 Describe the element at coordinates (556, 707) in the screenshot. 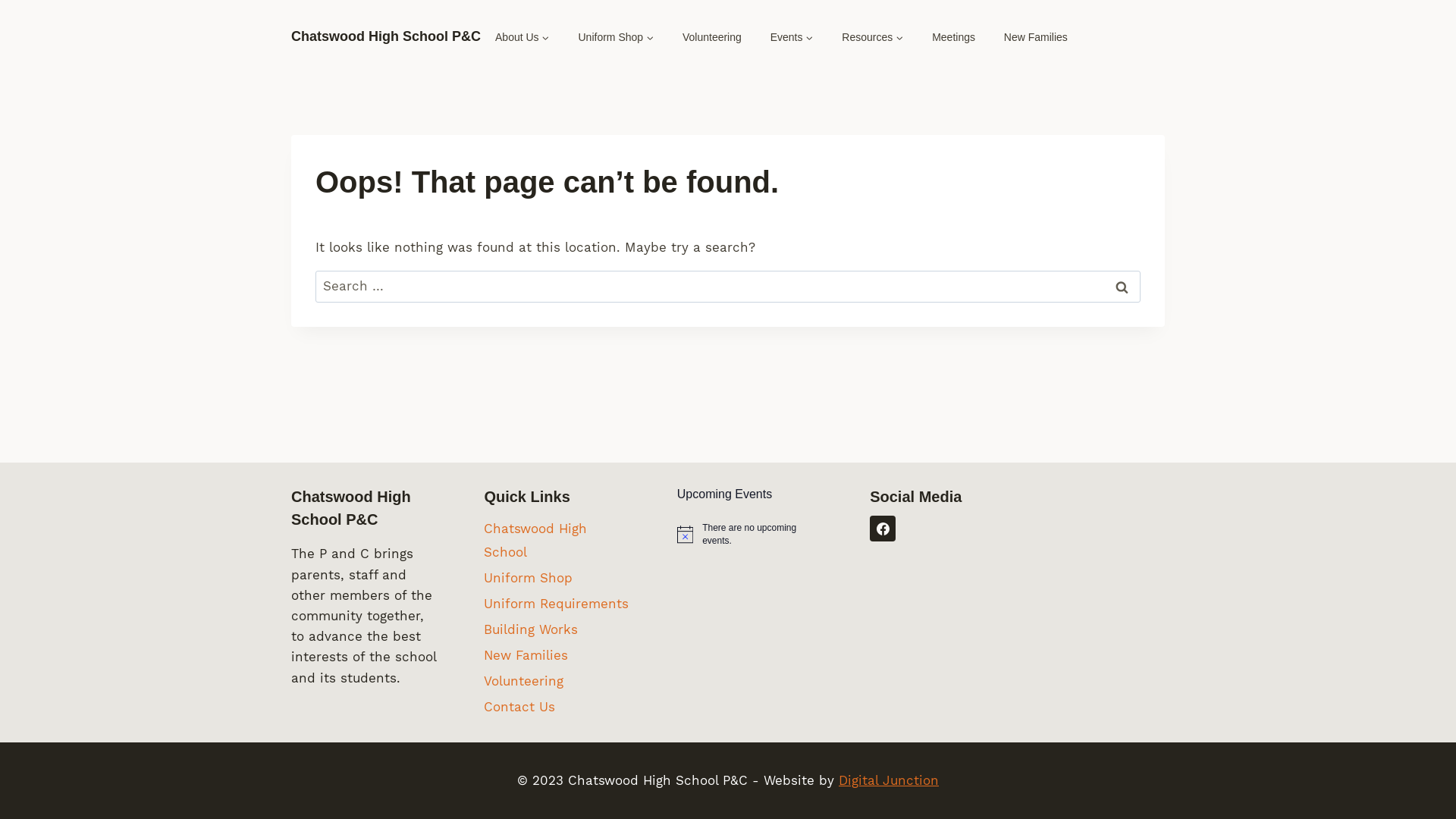

I see `'Contact Us'` at that location.